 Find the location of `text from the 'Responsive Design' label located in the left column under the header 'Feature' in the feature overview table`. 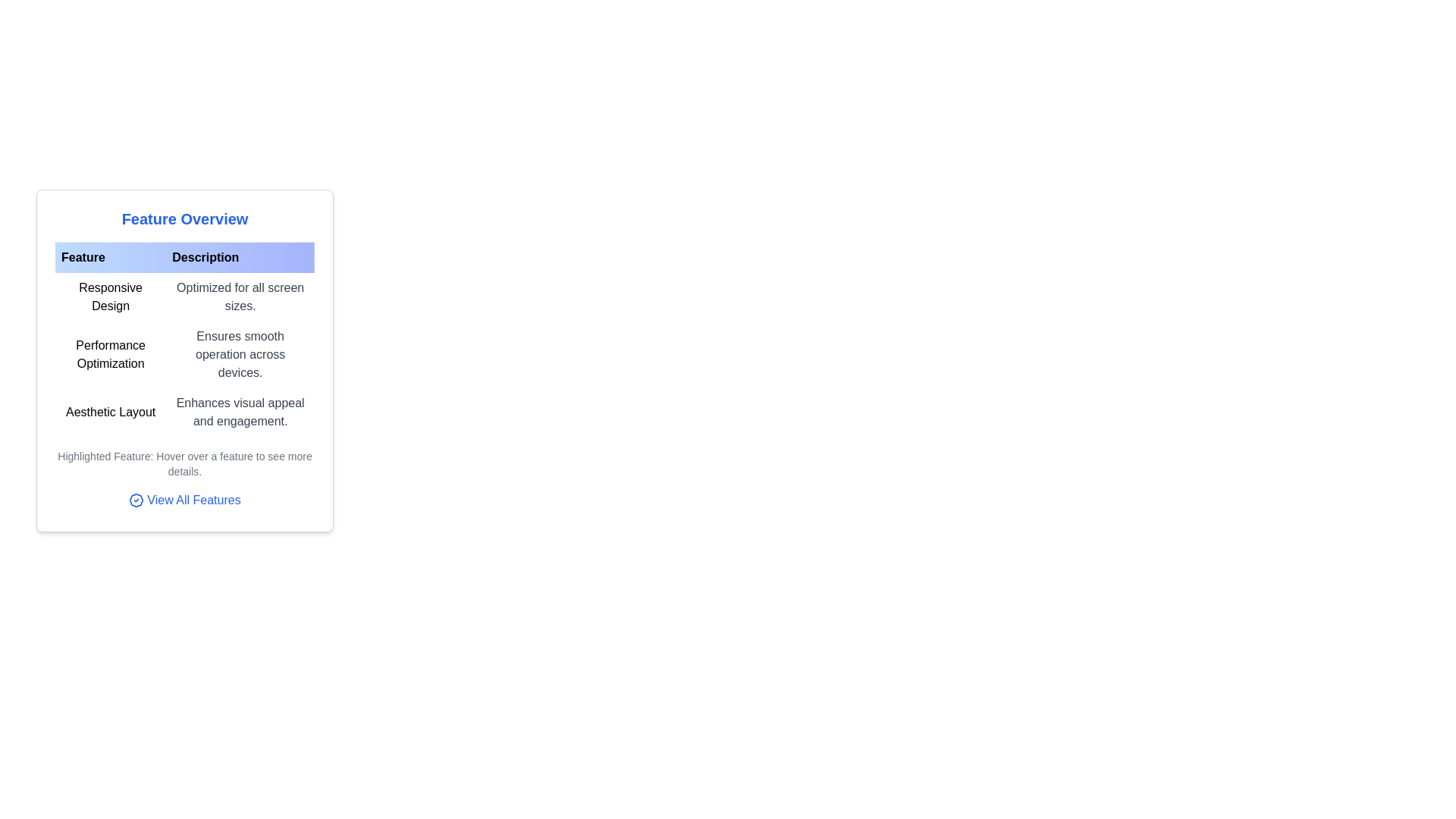

text from the 'Responsive Design' label located in the left column under the header 'Feature' in the feature overview table is located at coordinates (110, 297).